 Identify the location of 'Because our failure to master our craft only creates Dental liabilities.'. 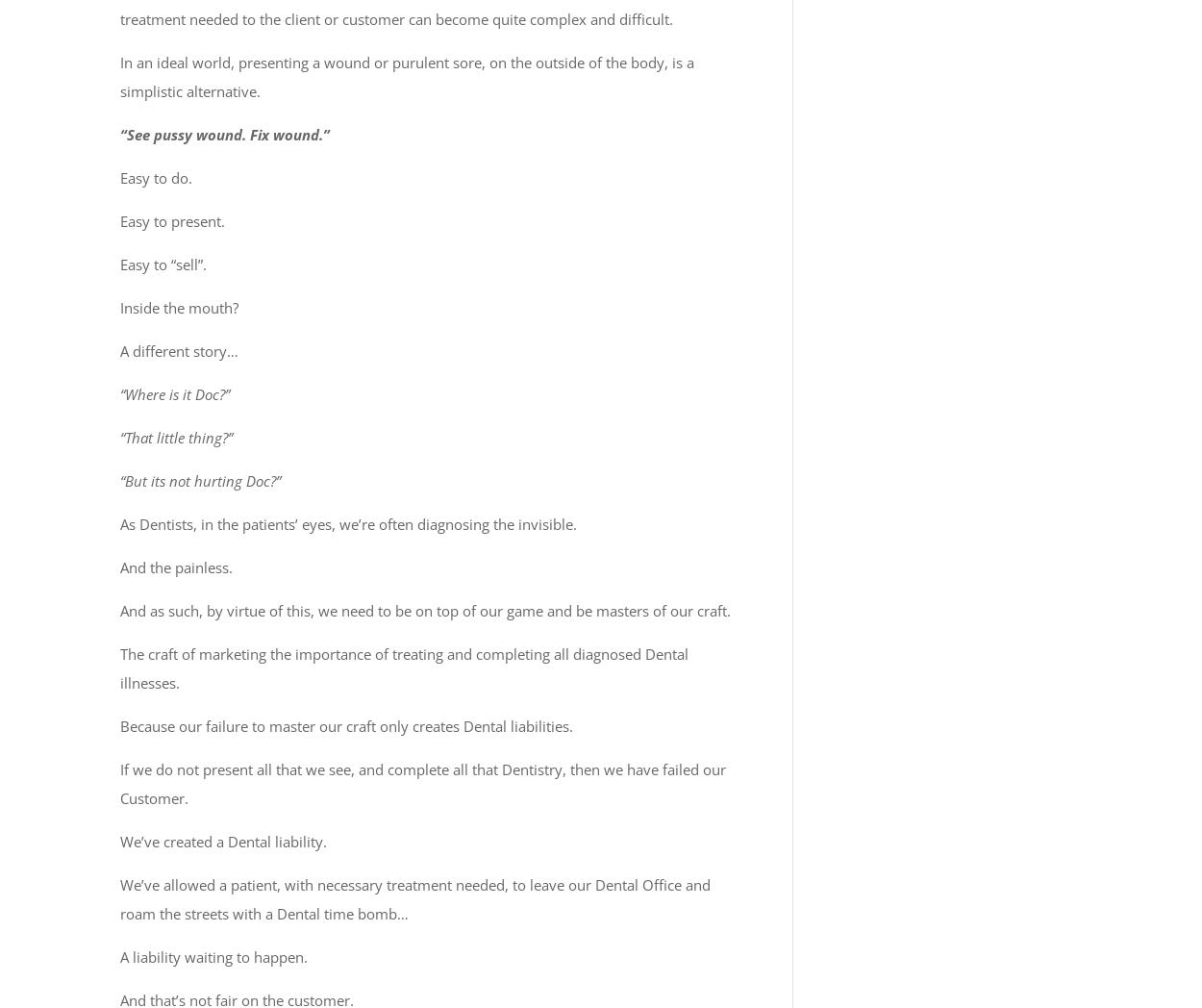
(345, 725).